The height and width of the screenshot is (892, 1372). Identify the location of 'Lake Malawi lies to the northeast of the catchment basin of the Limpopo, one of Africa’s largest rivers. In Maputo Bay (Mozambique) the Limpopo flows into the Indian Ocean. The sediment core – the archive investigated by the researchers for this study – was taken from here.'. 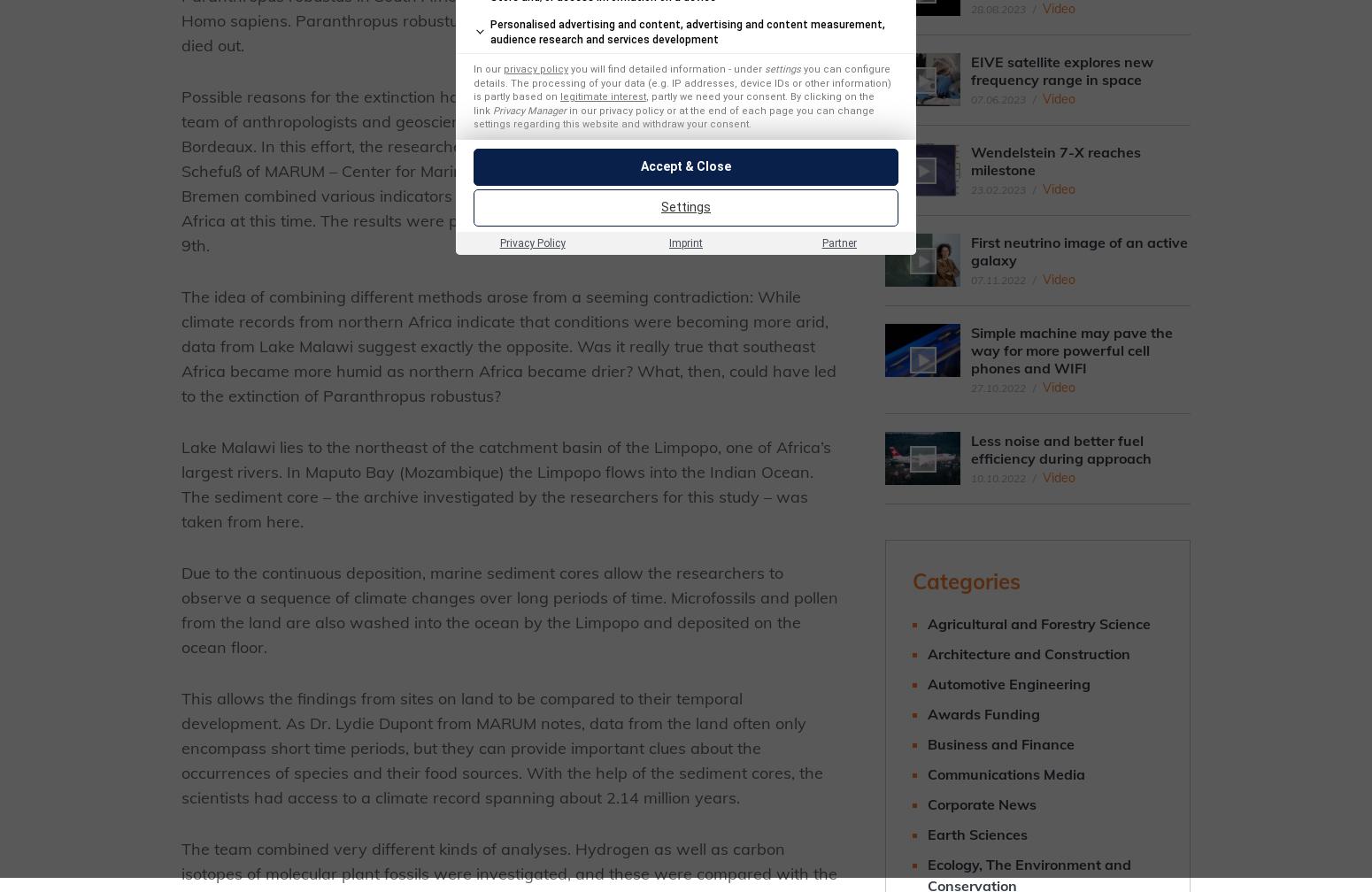
(505, 484).